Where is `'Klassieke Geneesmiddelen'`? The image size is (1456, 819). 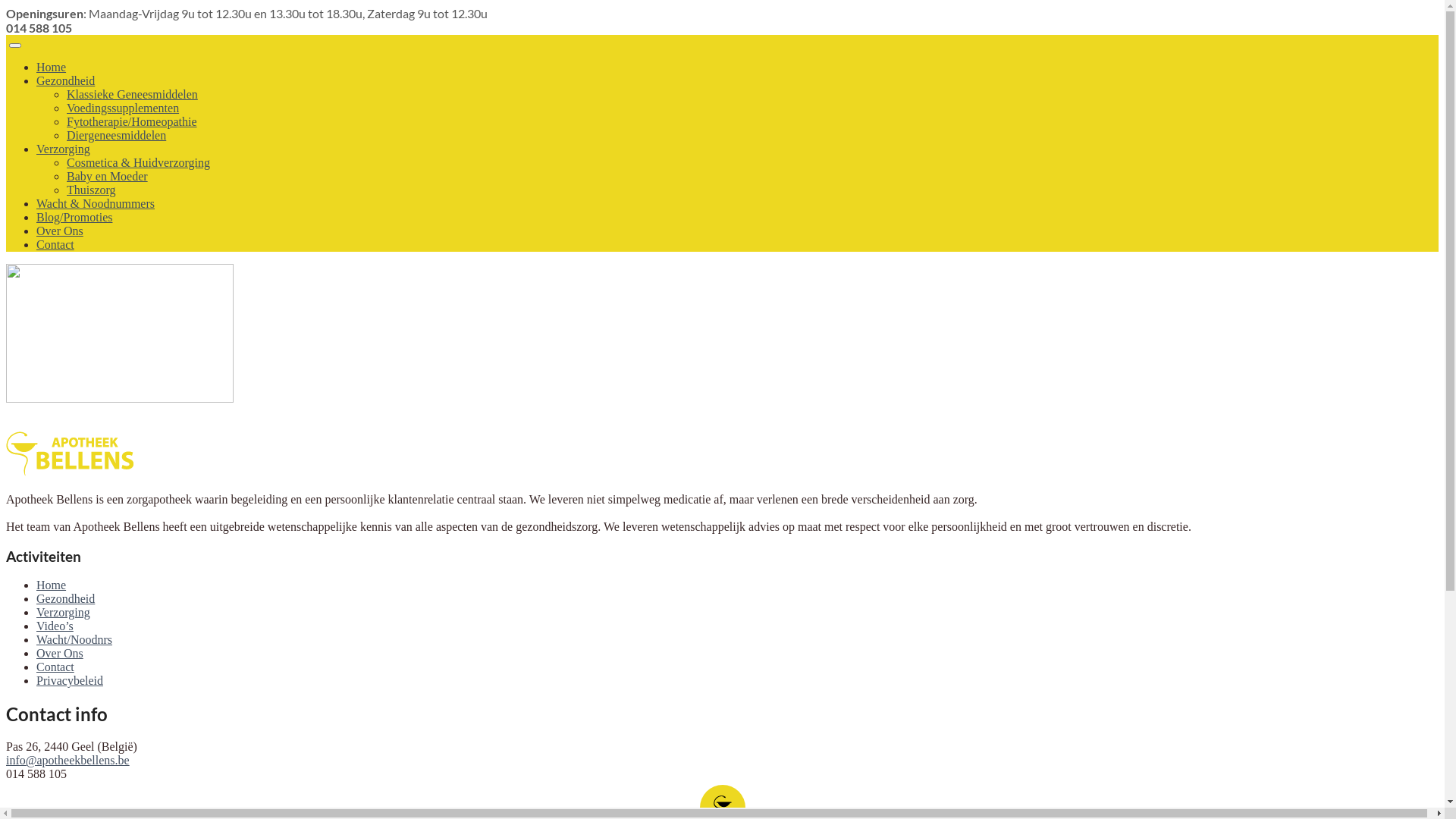 'Klassieke Geneesmiddelen' is located at coordinates (132, 94).